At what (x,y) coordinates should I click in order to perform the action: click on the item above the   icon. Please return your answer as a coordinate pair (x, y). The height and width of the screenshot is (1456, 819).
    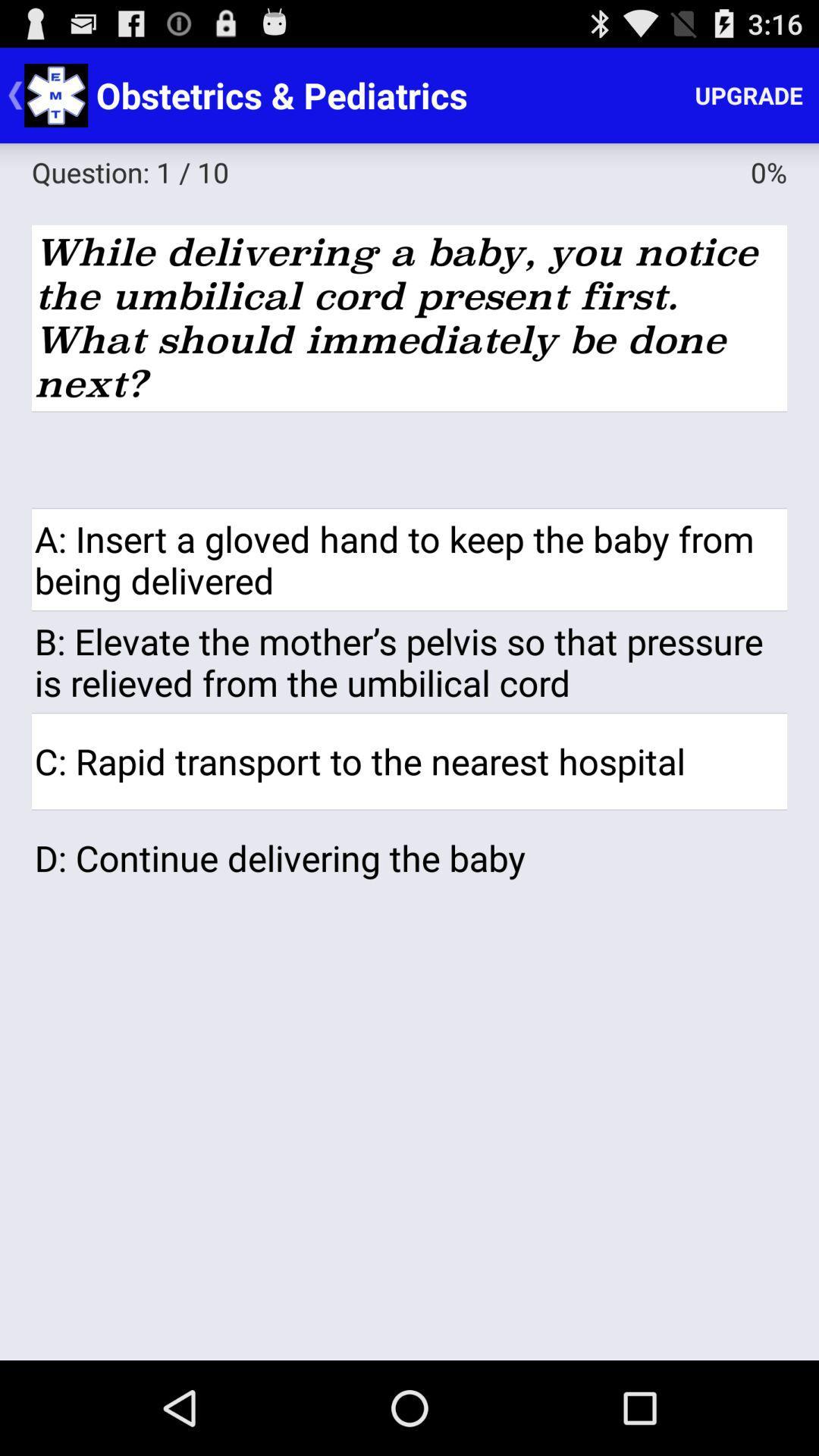
    Looking at the image, I should click on (409, 317).